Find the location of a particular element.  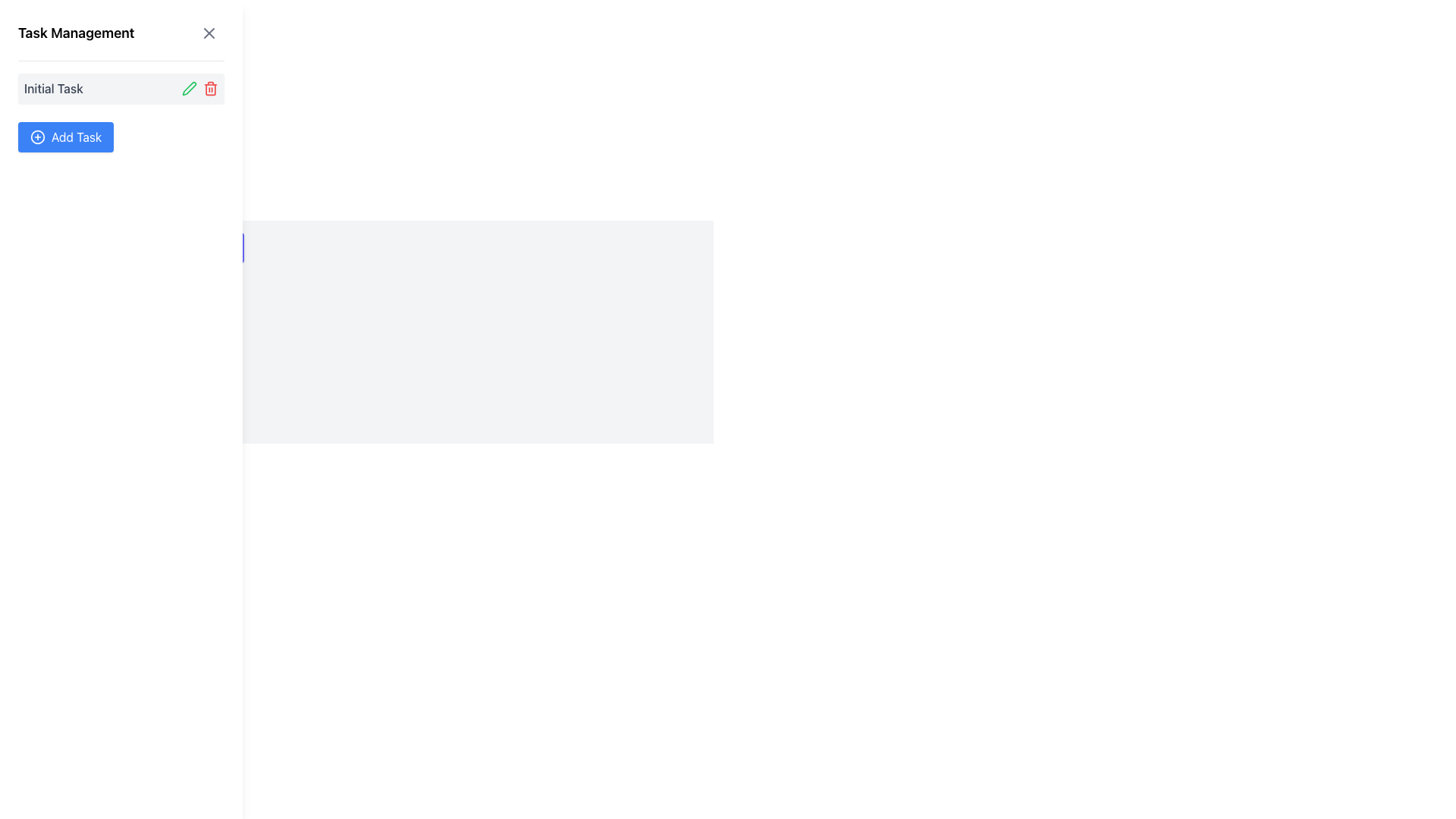

the delete button located to the right of the 'Initial Task' title in the Task Management panel is located at coordinates (210, 88).